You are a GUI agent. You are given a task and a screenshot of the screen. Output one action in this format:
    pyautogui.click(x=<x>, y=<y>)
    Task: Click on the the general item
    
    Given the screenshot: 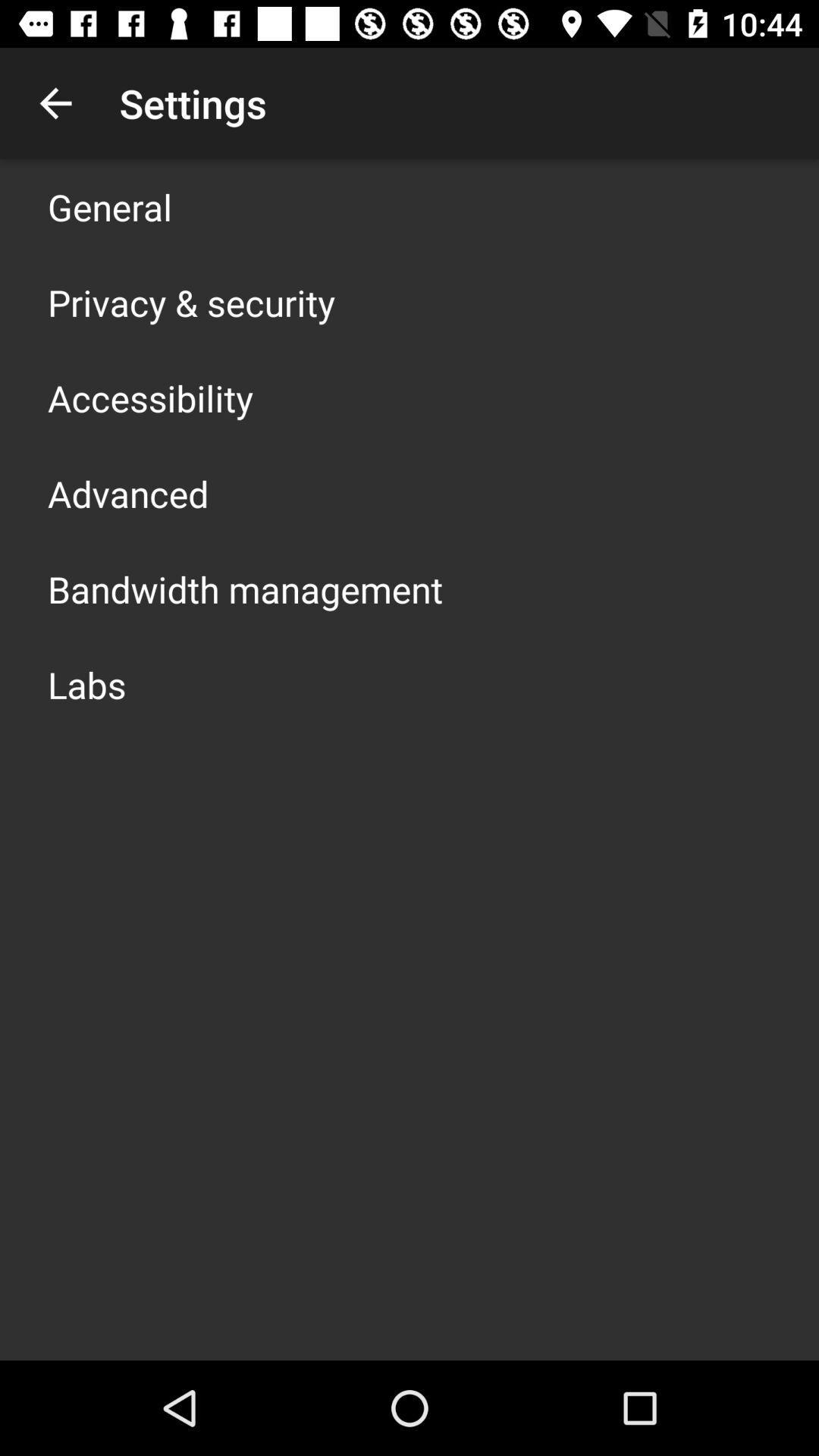 What is the action you would take?
    pyautogui.click(x=109, y=206)
    